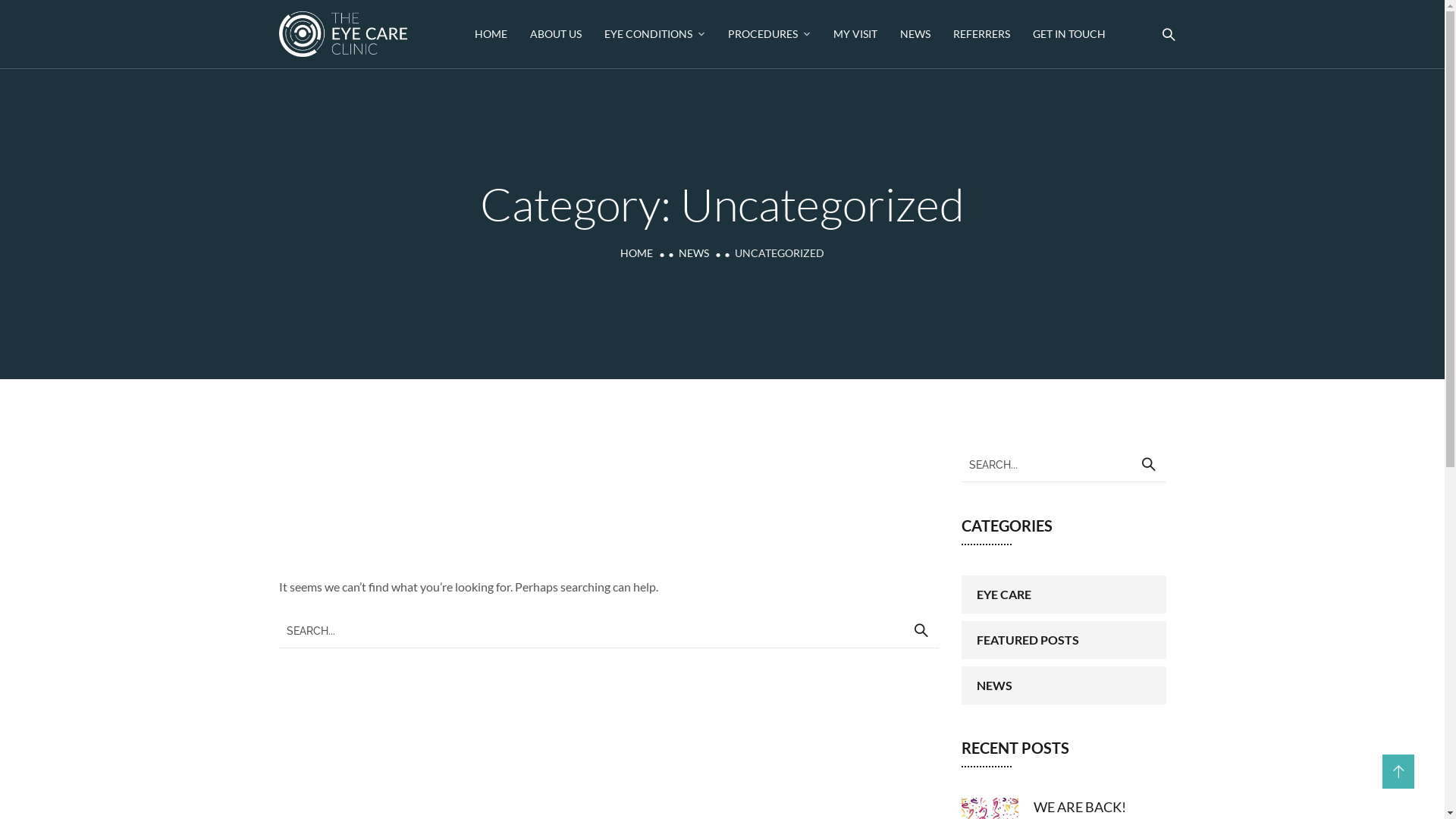 Image resolution: width=1456 pixels, height=819 pixels. What do you see at coordinates (555, 34) in the screenshot?
I see `'ABOUT US'` at bounding box center [555, 34].